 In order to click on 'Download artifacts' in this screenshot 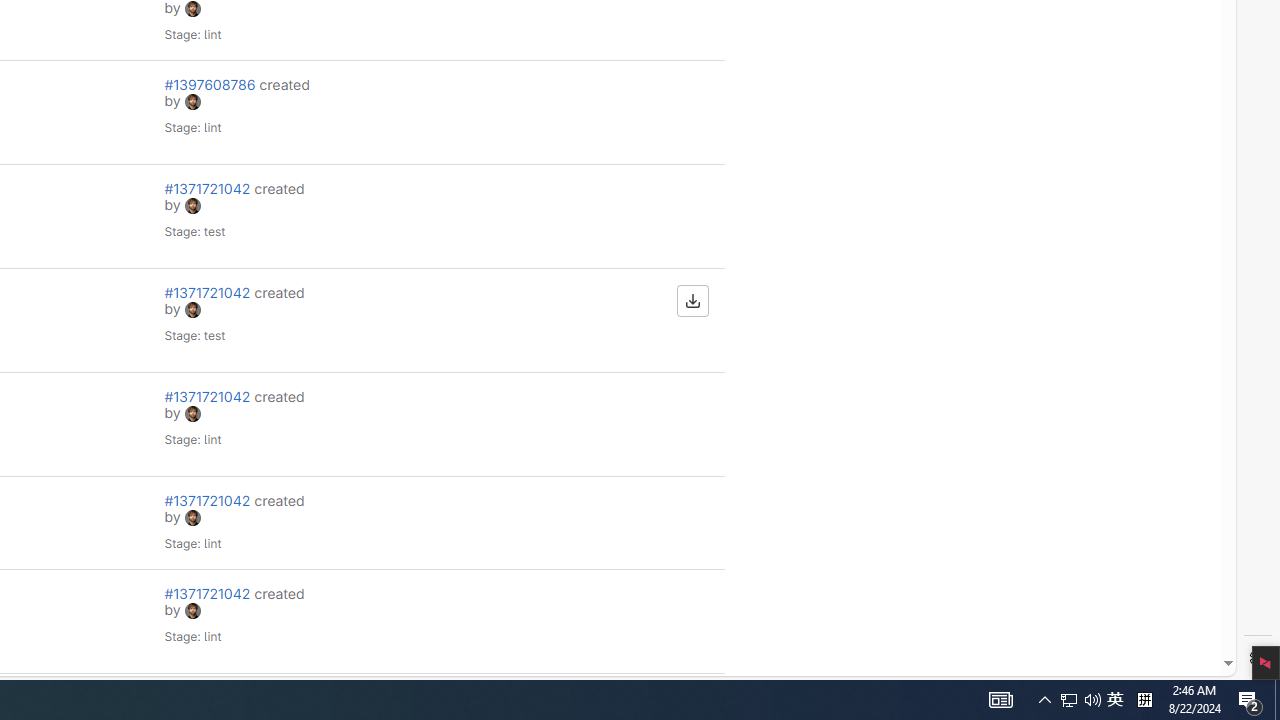, I will do `click(692, 300)`.